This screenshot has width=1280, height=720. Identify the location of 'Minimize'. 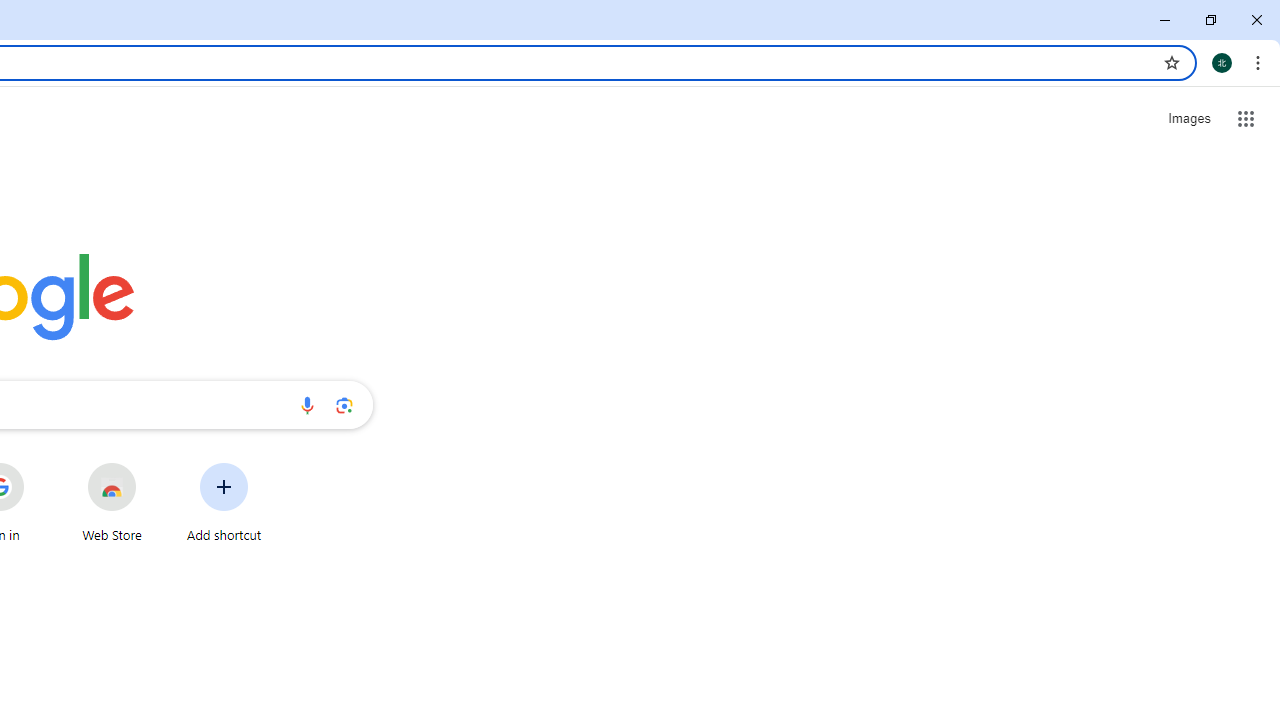
(1165, 20).